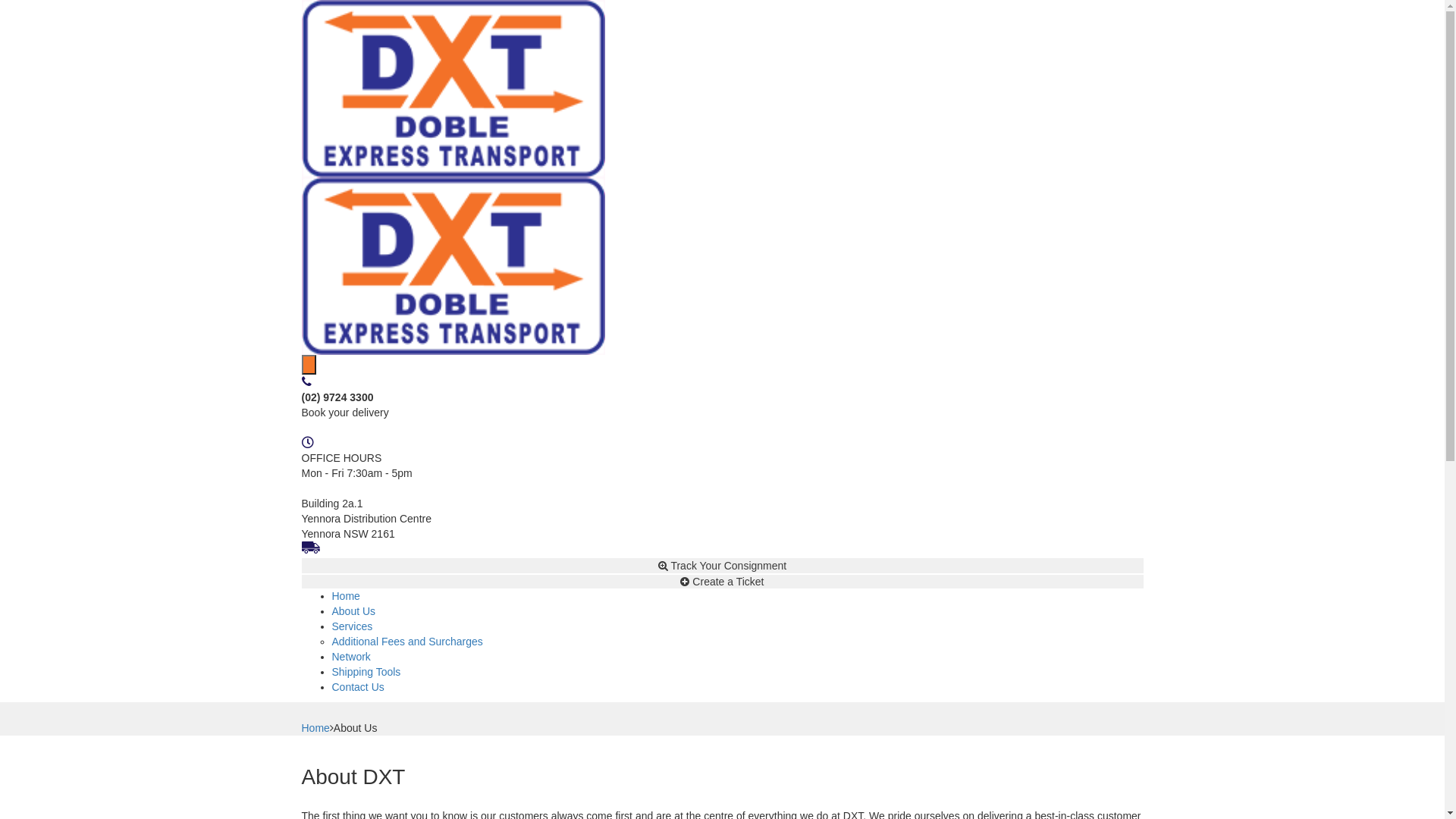 This screenshot has height=819, width=1456. I want to click on ' ', so click(309, 365).